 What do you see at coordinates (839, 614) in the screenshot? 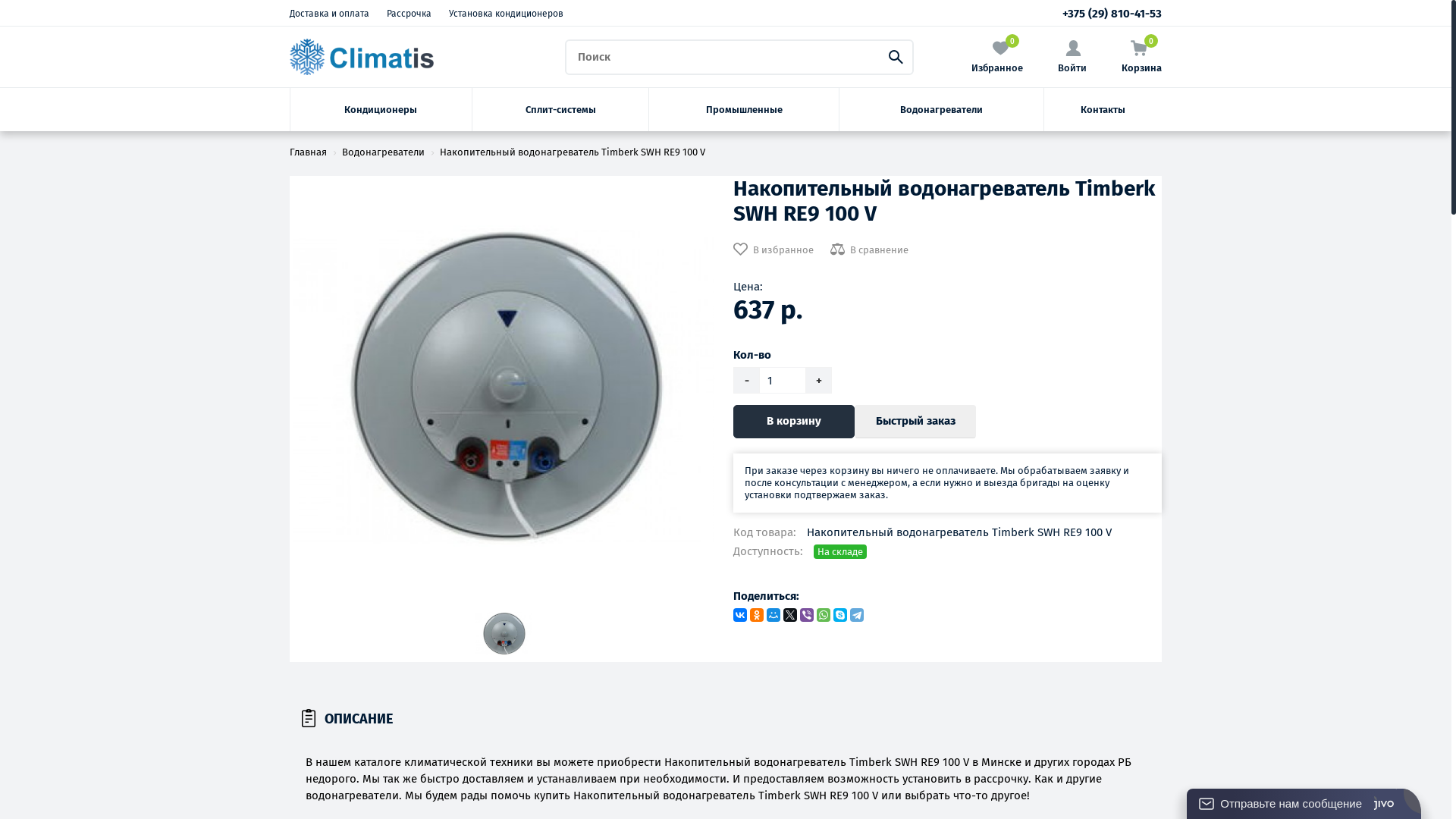
I see `'Skype'` at bounding box center [839, 614].